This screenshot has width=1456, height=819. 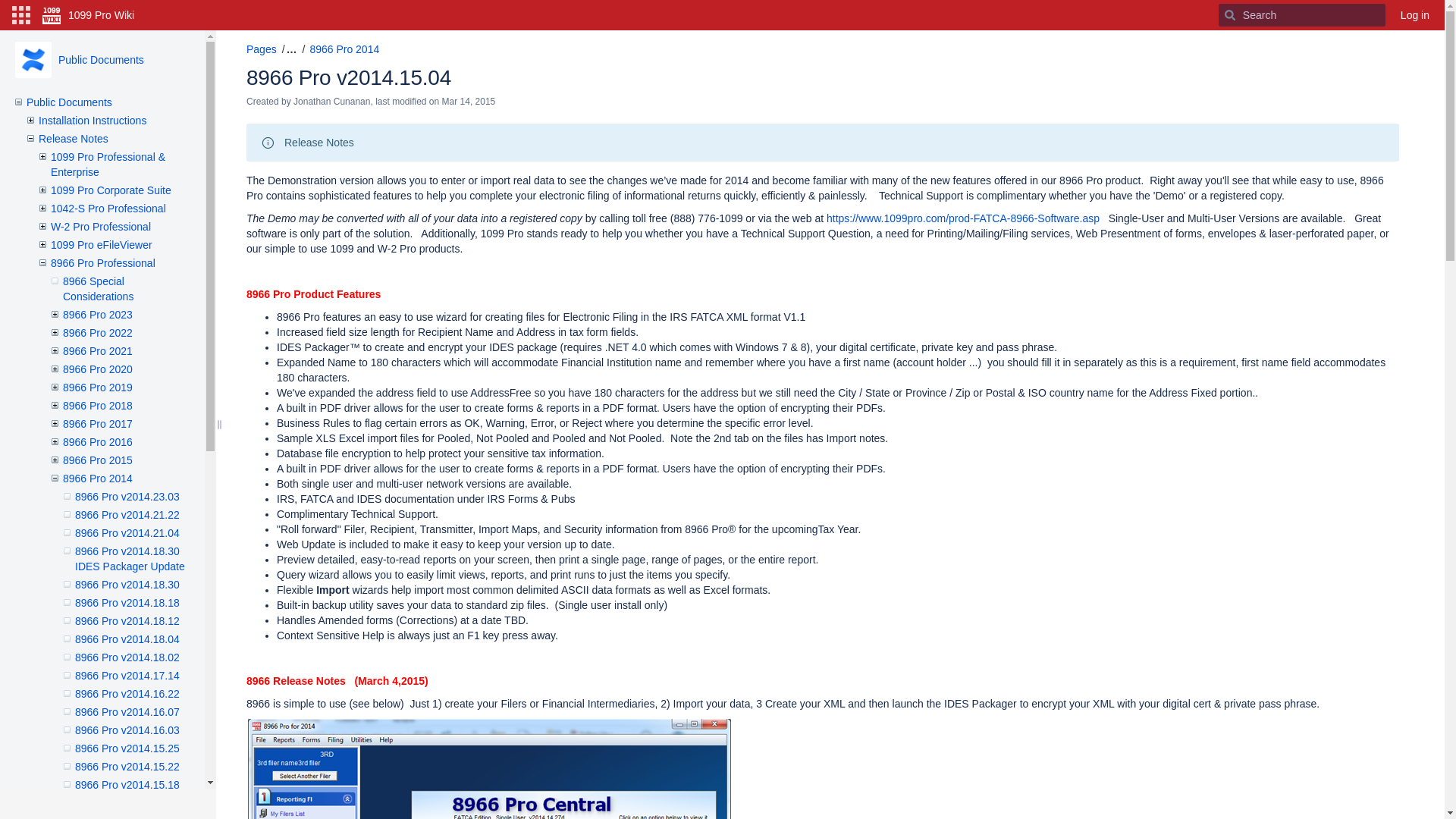 I want to click on '8966 Pro v2014.18.18', so click(x=74, y=601).